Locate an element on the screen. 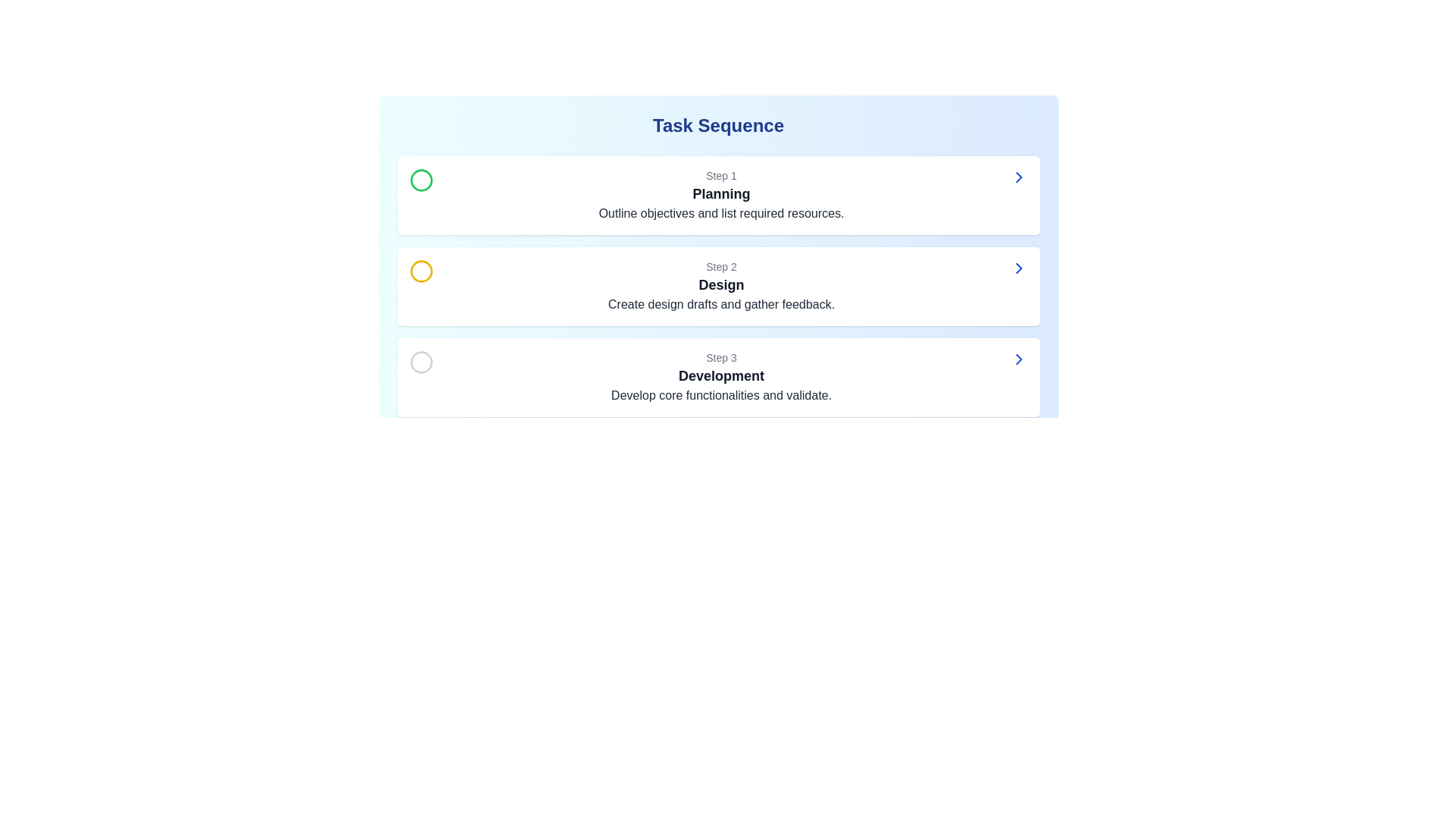 The width and height of the screenshot is (1456, 819). the text label that serves as the title for the first step of the task sequence, positioned below 'Step 1' and above the description 'Outline objectives and list required resources.' is located at coordinates (720, 193).